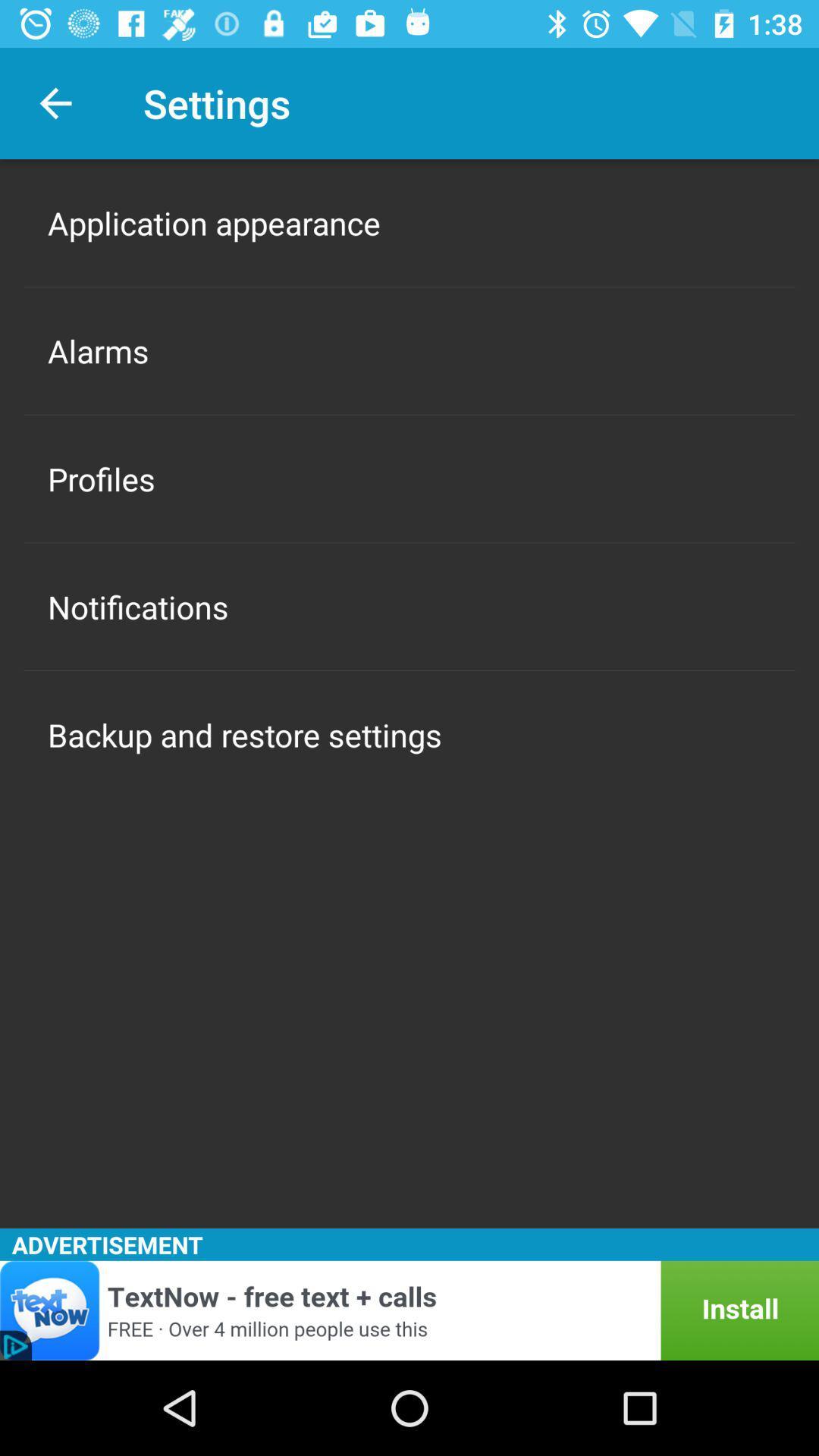 The image size is (819, 1456). I want to click on the item below advertisement icon, so click(409, 1310).